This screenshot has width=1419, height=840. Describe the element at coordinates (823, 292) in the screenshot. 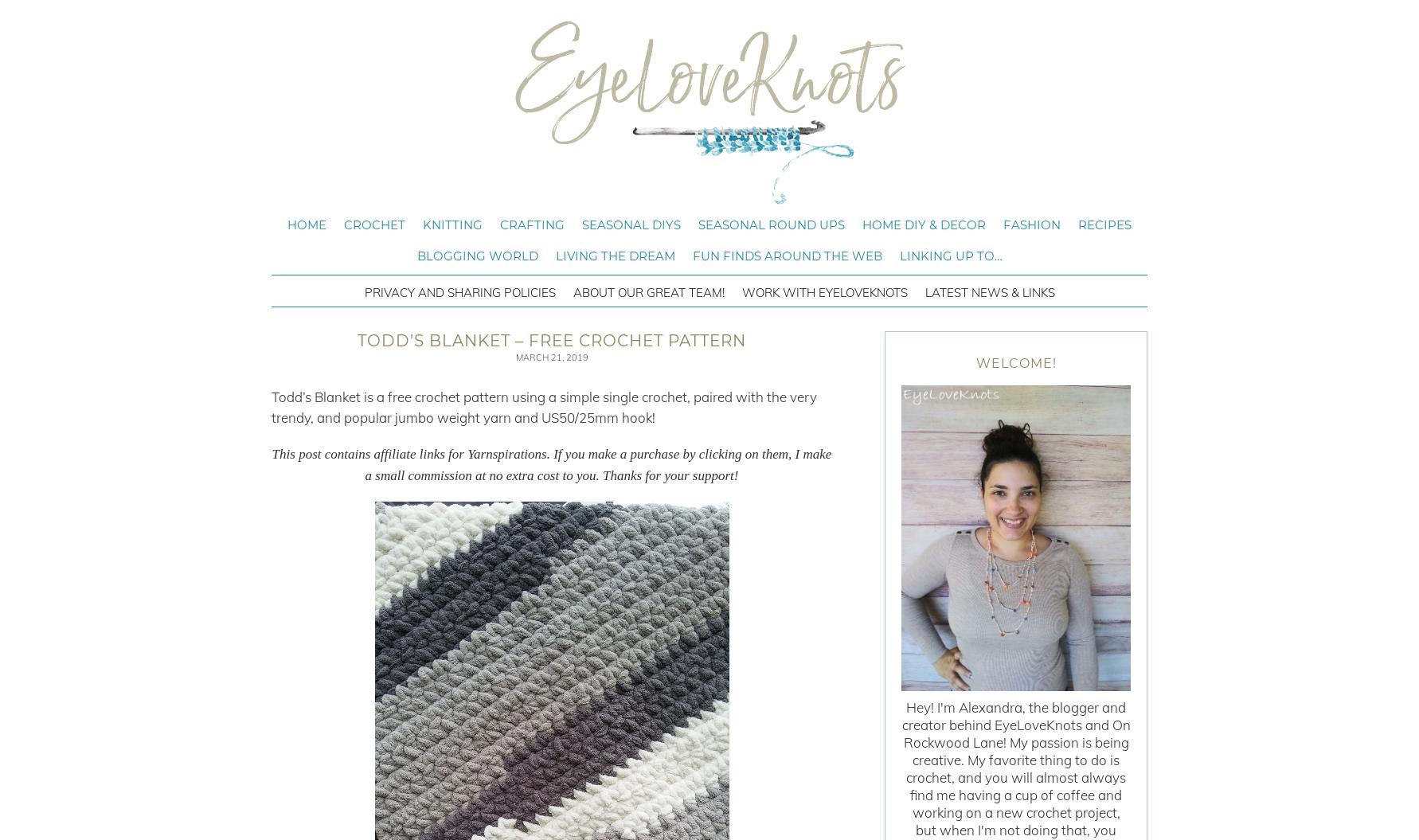

I see `'Work with EyeLoveKnots'` at that location.